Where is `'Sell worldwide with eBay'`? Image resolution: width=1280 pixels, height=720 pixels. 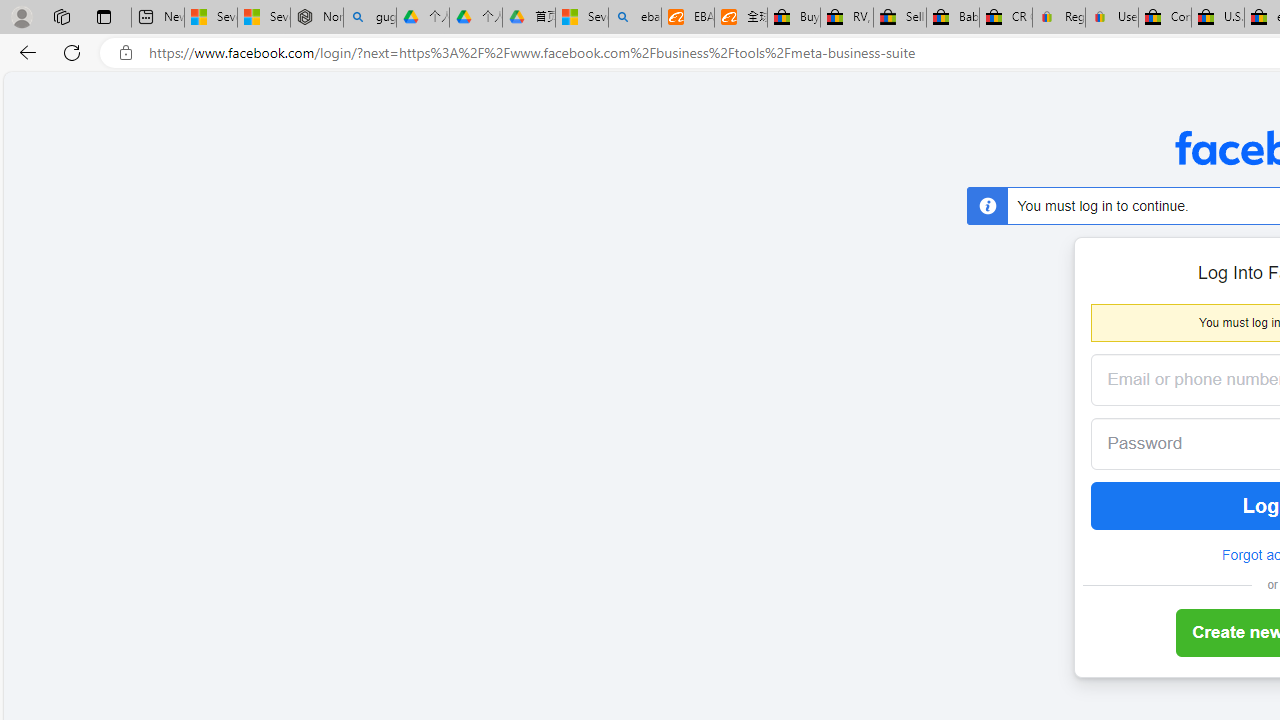 'Sell worldwide with eBay' is located at coordinates (898, 17).